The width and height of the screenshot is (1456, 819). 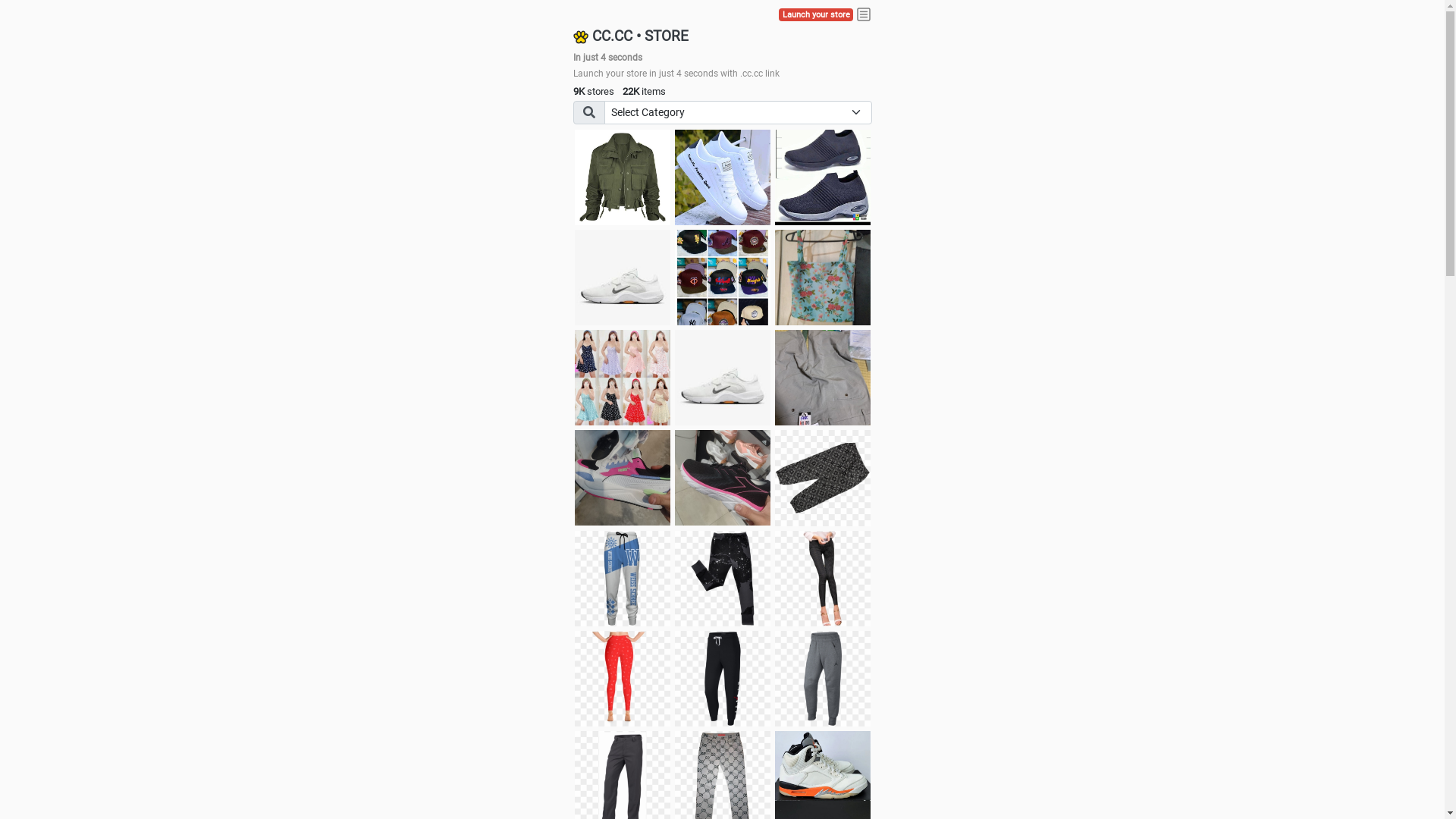 I want to click on 'Pant', so click(x=775, y=579).